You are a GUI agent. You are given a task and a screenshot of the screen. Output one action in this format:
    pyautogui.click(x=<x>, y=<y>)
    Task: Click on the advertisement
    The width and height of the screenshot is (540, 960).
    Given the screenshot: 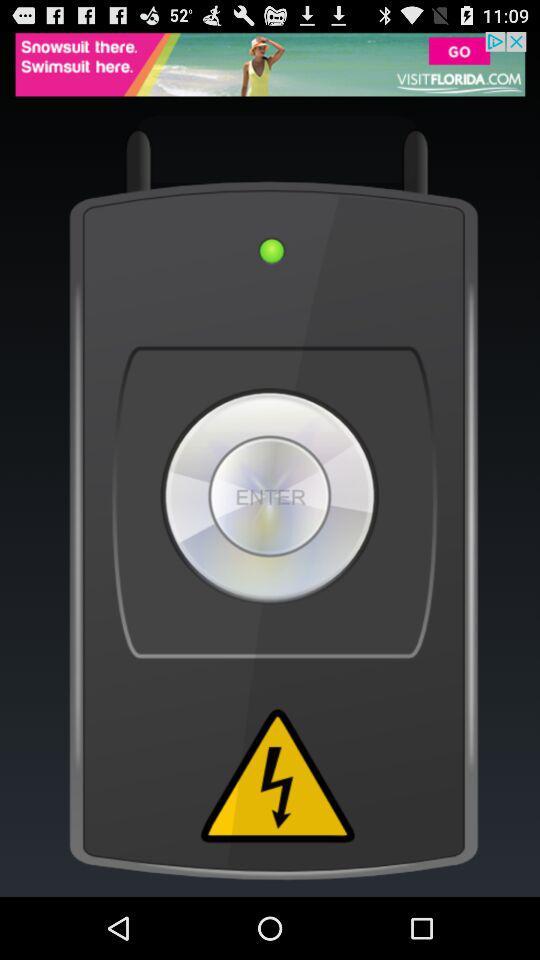 What is the action you would take?
    pyautogui.click(x=270, y=64)
    